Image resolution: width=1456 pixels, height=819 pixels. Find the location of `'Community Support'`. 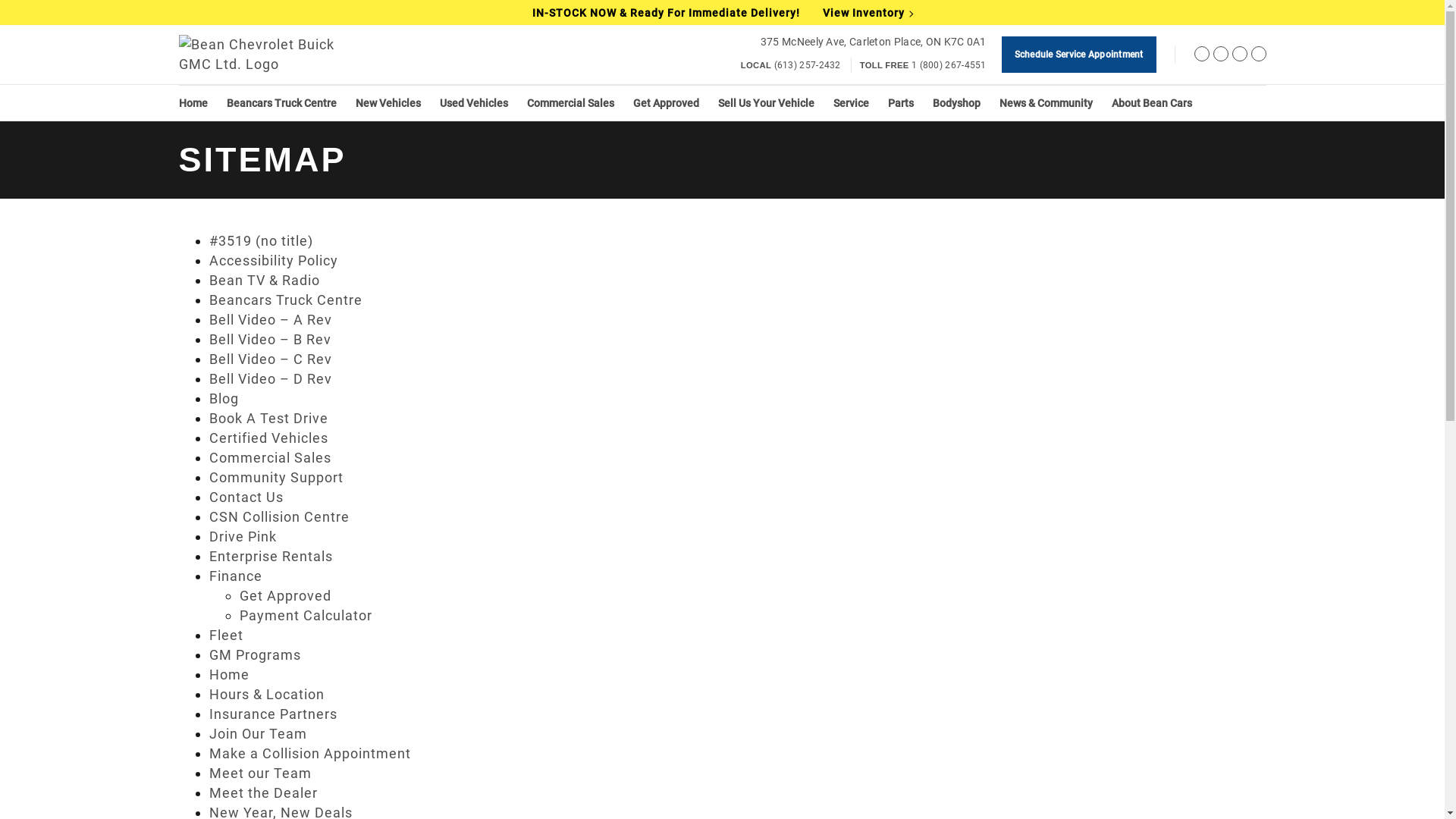

'Community Support' is located at coordinates (276, 476).